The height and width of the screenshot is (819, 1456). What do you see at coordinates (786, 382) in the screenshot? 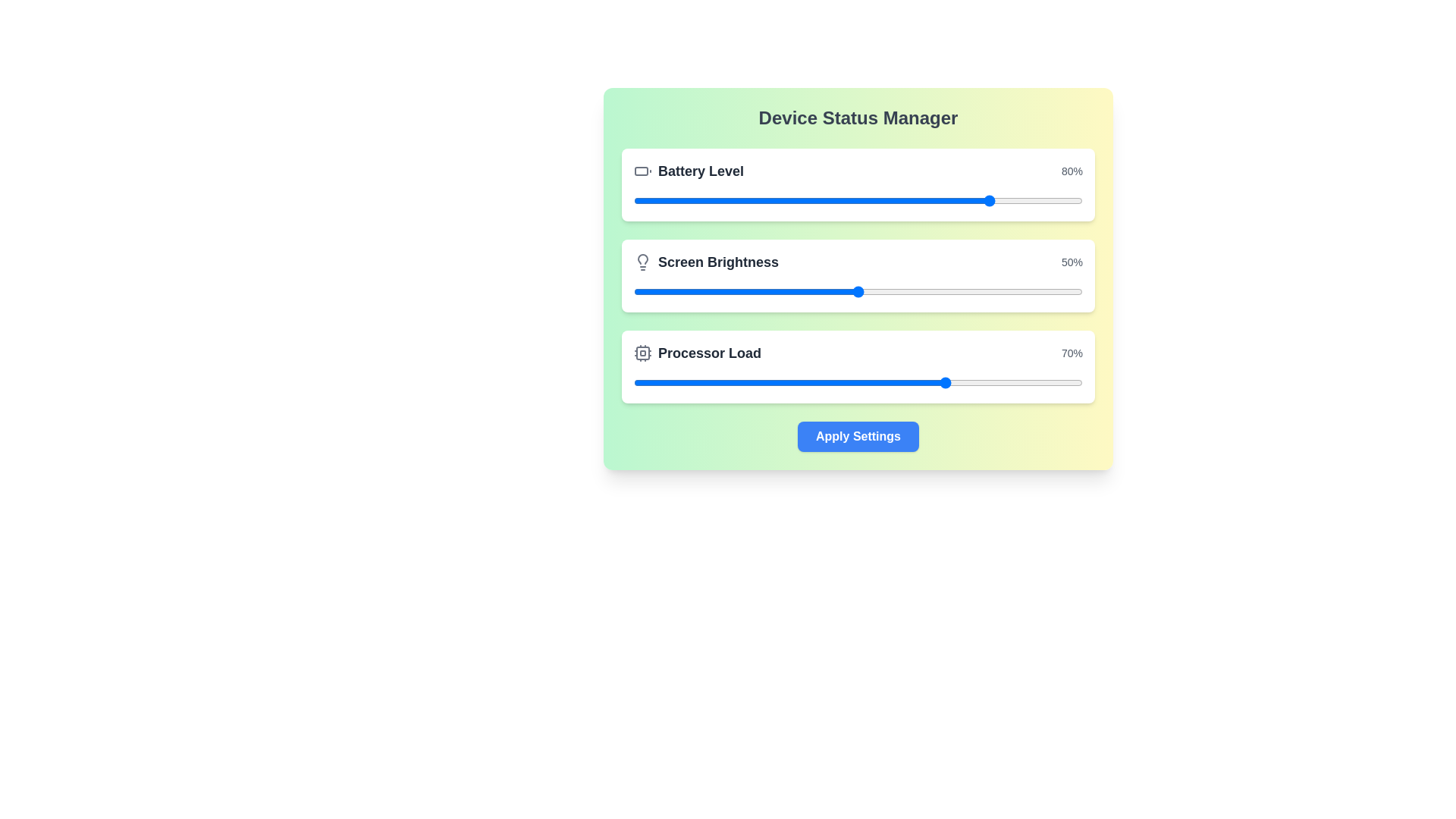
I see `Processor Load slider` at bounding box center [786, 382].